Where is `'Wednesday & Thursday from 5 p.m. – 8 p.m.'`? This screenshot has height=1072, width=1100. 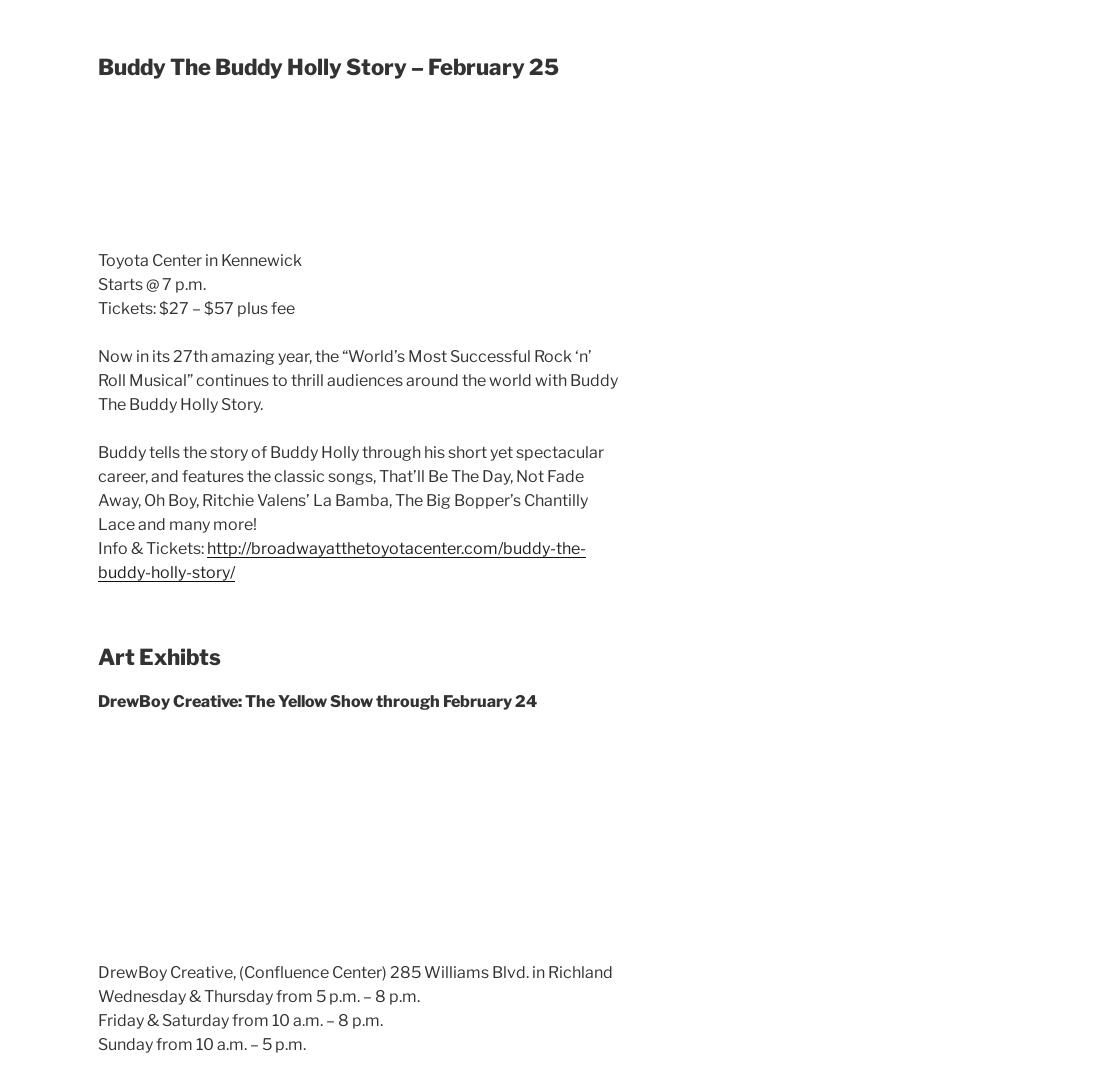 'Wednesday & Thursday from 5 p.m. – 8 p.m.' is located at coordinates (259, 994).